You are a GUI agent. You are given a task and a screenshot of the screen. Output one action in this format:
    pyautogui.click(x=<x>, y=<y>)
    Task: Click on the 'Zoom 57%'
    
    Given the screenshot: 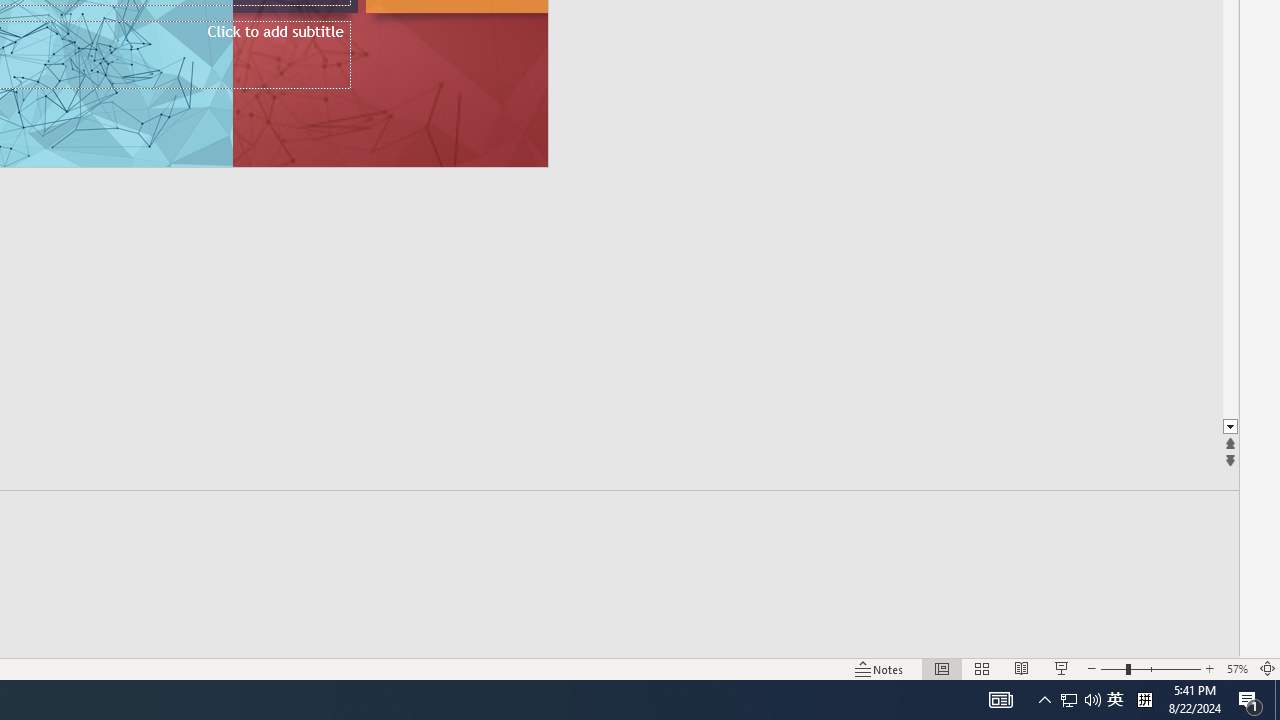 What is the action you would take?
    pyautogui.click(x=1236, y=669)
    